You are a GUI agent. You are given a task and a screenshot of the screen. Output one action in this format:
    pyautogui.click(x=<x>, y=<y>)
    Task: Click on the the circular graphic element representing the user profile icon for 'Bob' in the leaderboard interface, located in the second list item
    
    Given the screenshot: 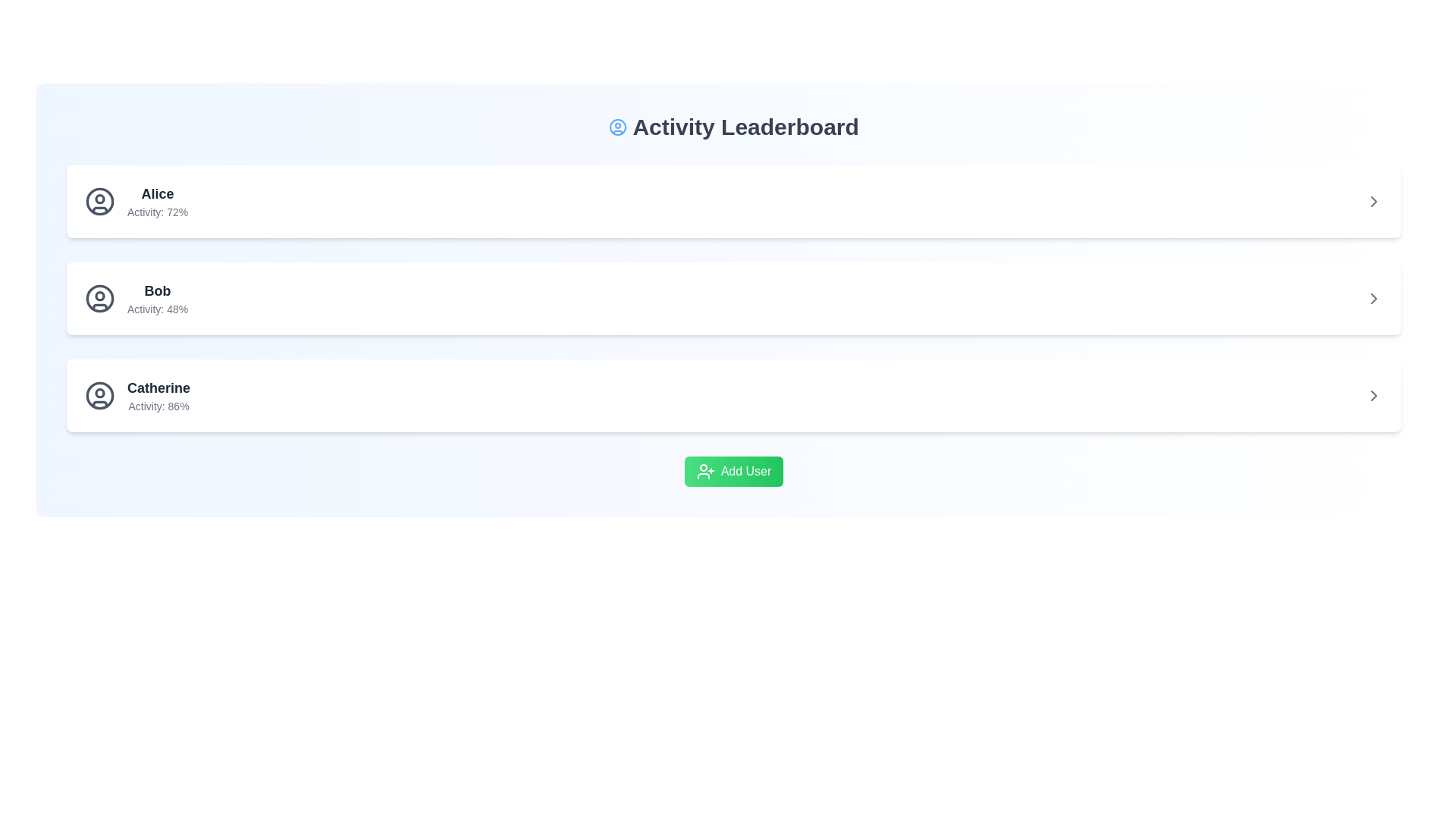 What is the action you would take?
    pyautogui.click(x=99, y=298)
    